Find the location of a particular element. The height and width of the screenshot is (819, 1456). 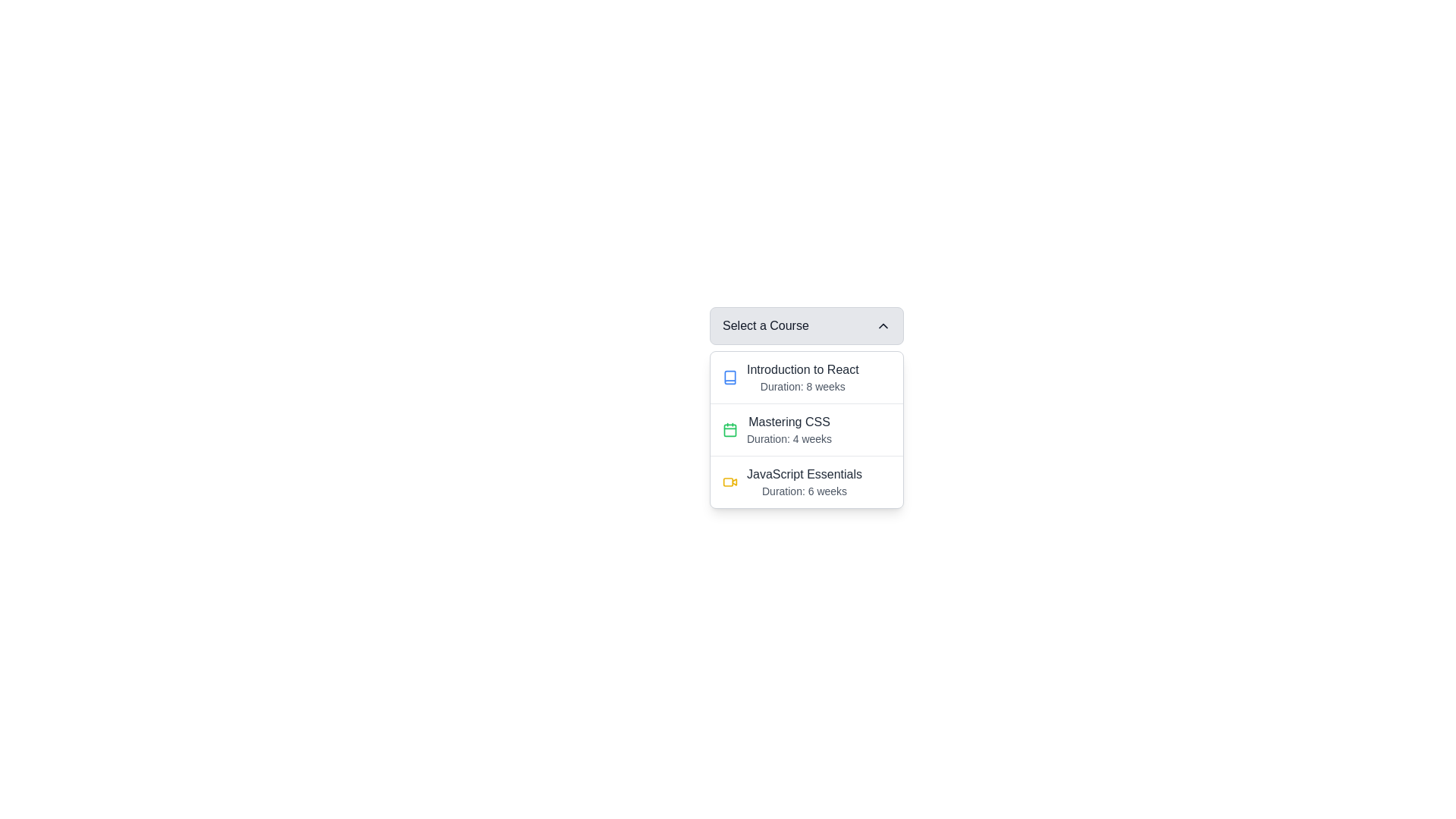

the first course listing text element positioned directly beneath the 'Select a Course' dropdown is located at coordinates (802, 376).